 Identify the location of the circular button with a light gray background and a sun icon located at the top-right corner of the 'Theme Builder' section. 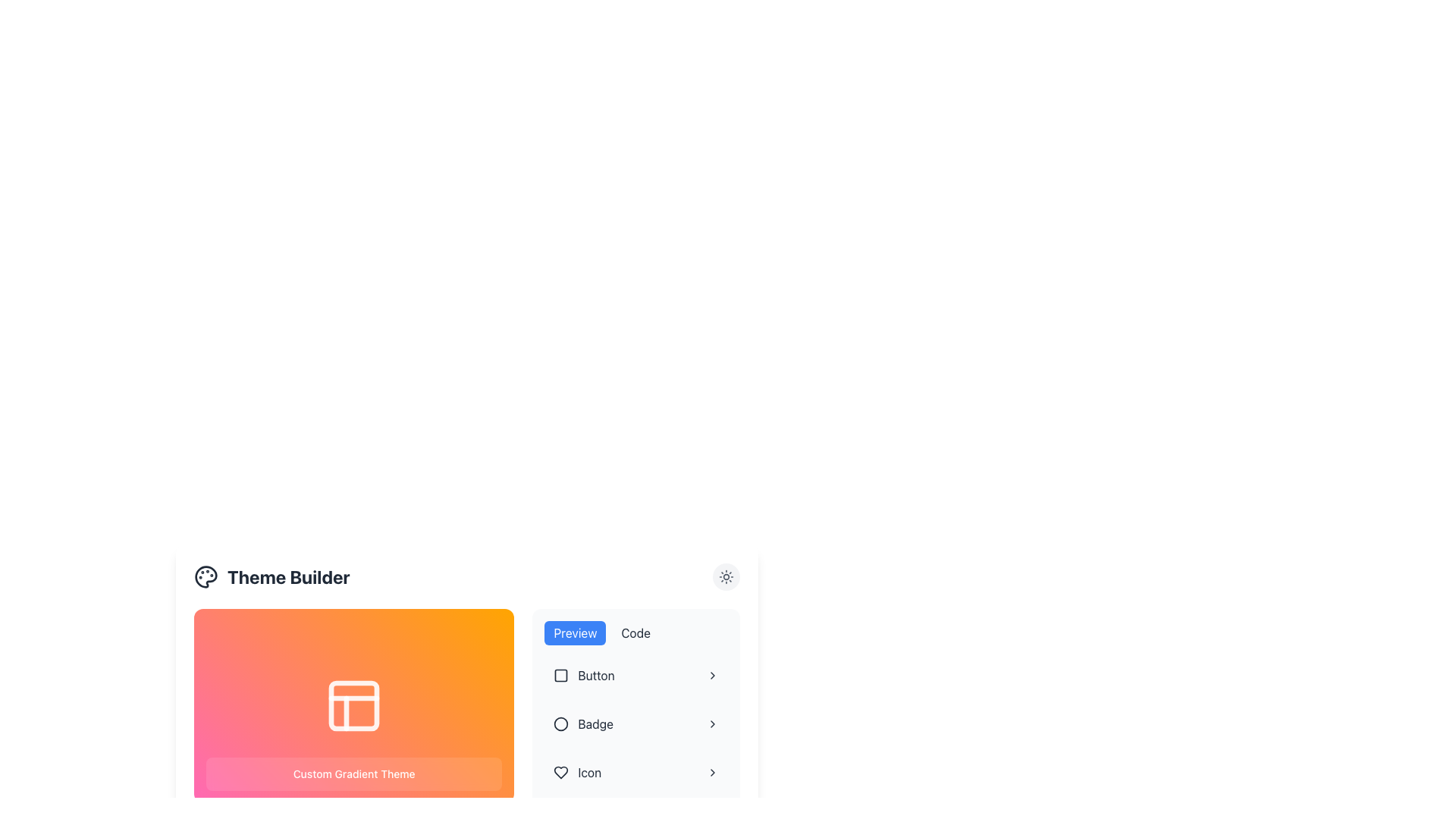
(726, 576).